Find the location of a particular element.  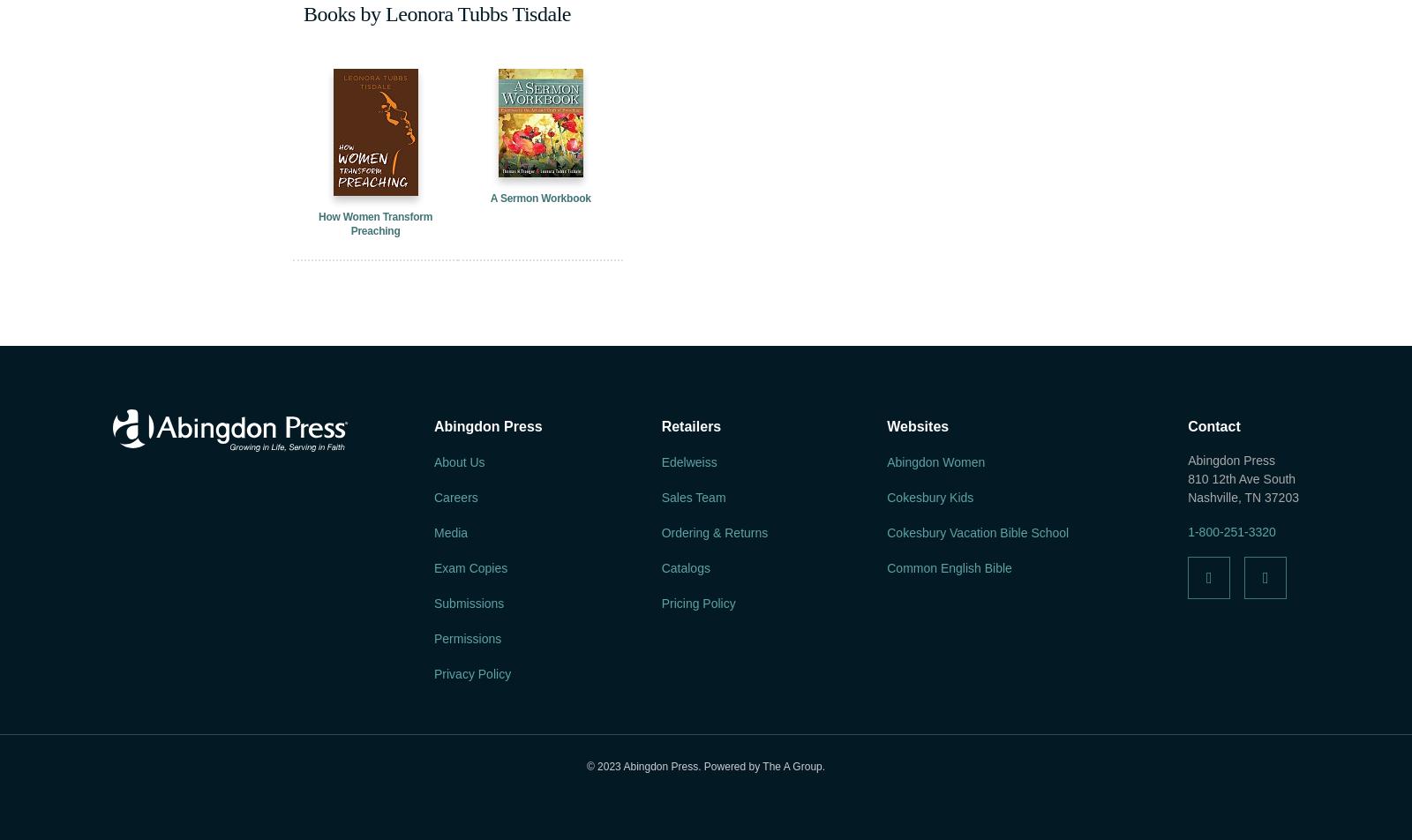

'Privacy Policy' is located at coordinates (471, 673).